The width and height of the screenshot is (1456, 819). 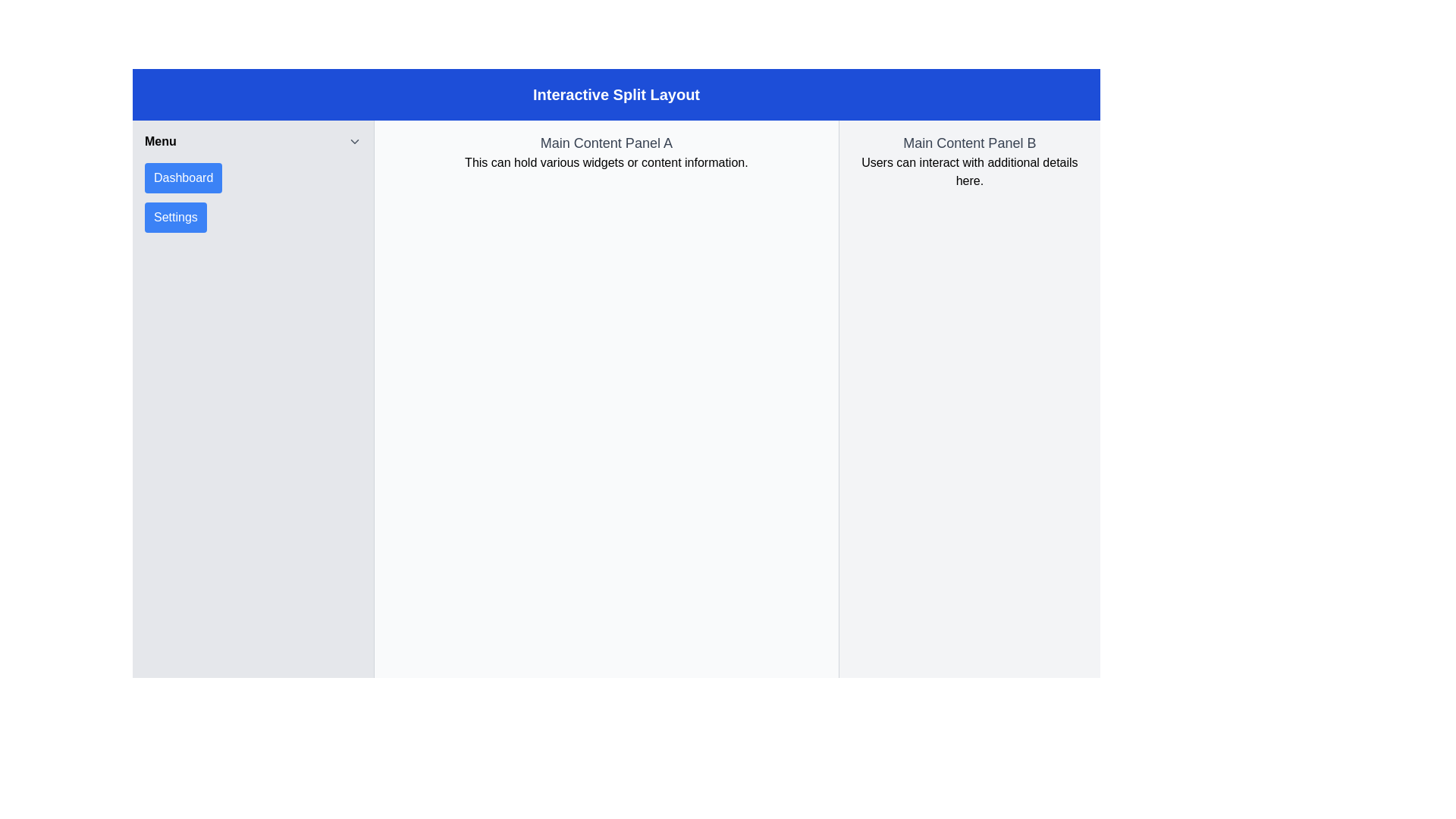 What do you see at coordinates (160, 141) in the screenshot?
I see `the 'Menu' text label located at the top of the sidebar, which displays the word 'Menu' in bold font style, contrasting black text on a light background` at bounding box center [160, 141].